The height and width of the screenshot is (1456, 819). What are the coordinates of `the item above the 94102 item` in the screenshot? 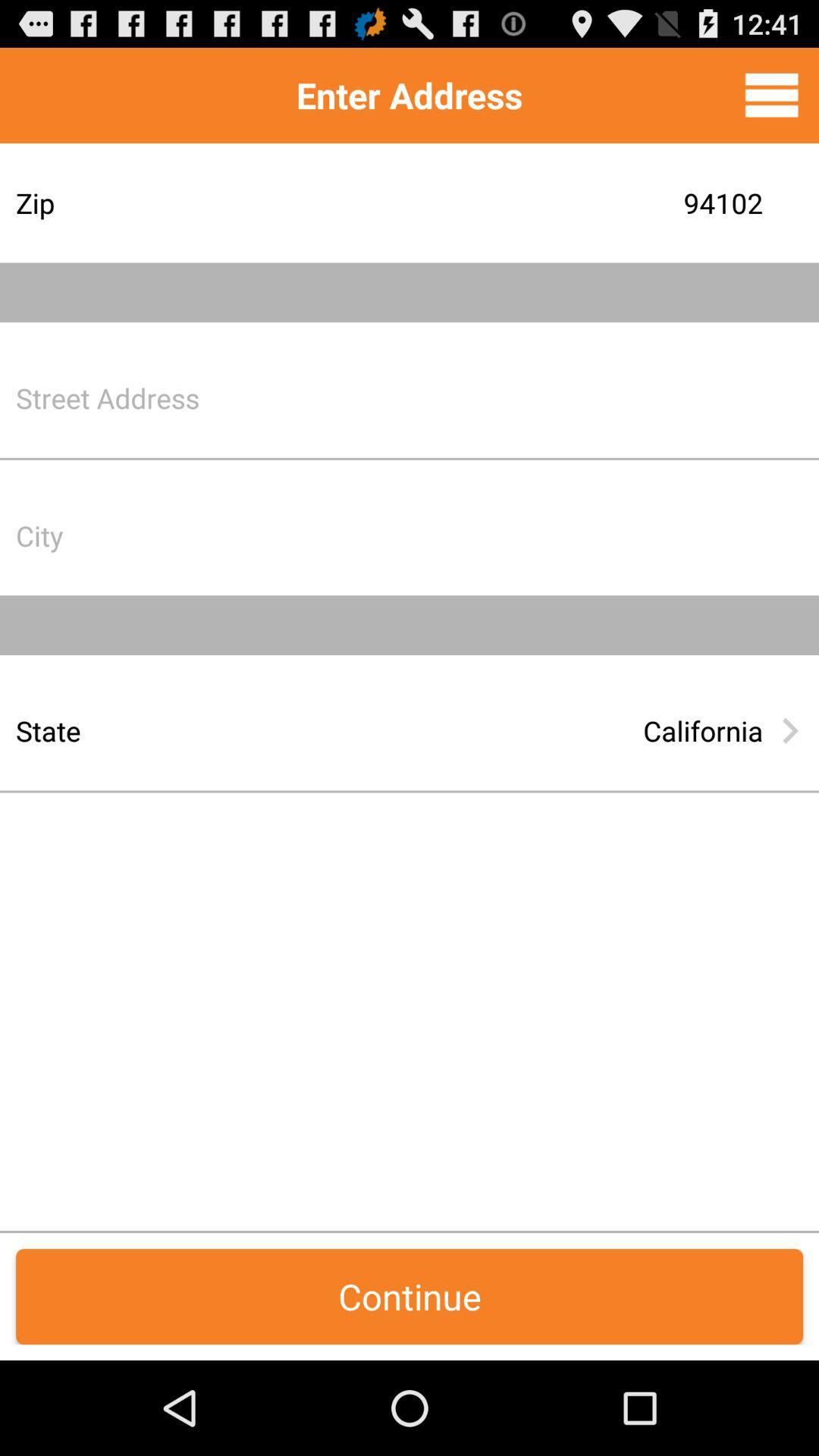 It's located at (771, 94).